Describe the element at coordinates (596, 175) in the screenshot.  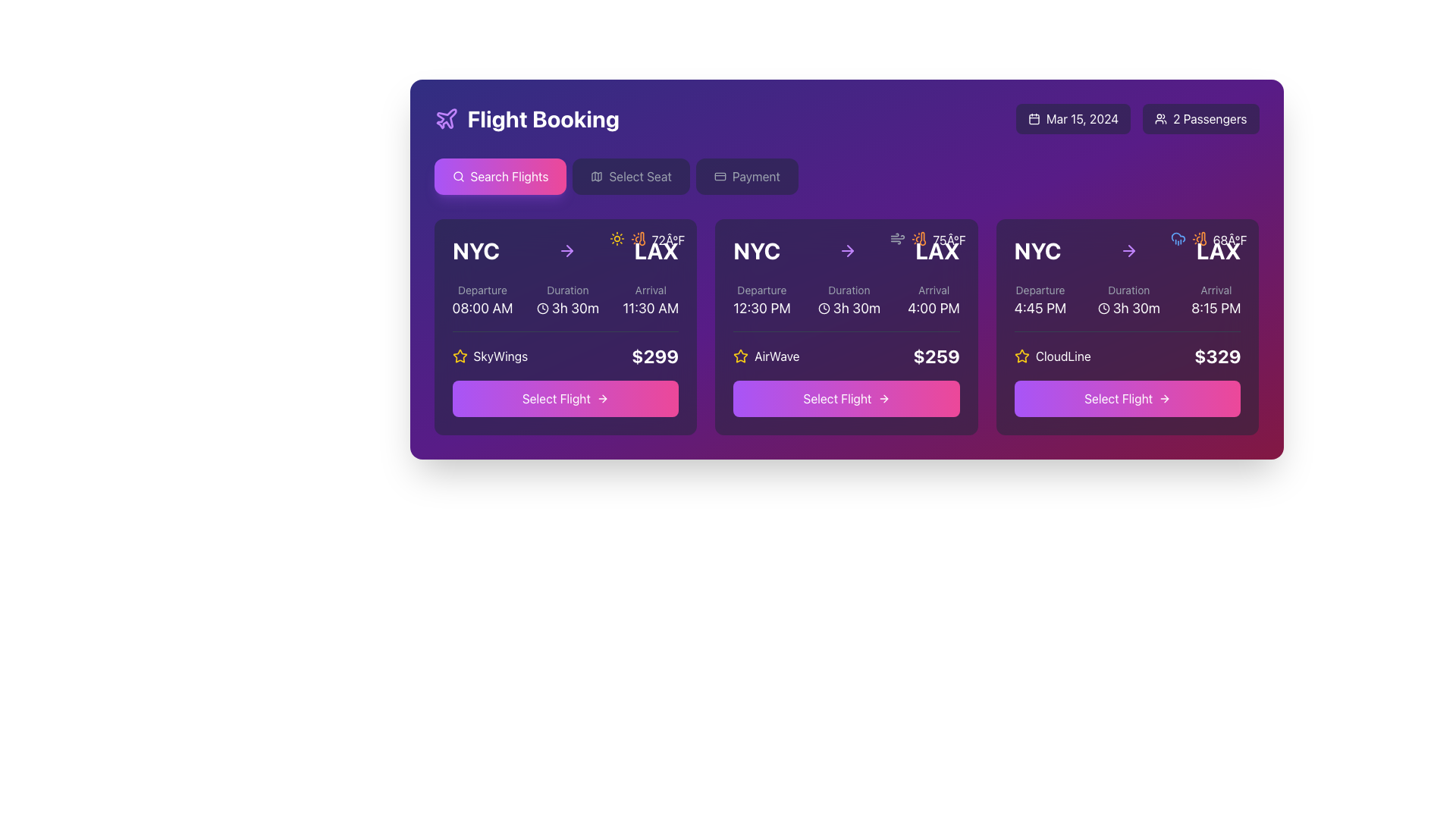
I see `the small icon featuring a geometric design that resembles a folded map, located near the top left corner of the interface next to the 'Flight Booking' title` at that location.